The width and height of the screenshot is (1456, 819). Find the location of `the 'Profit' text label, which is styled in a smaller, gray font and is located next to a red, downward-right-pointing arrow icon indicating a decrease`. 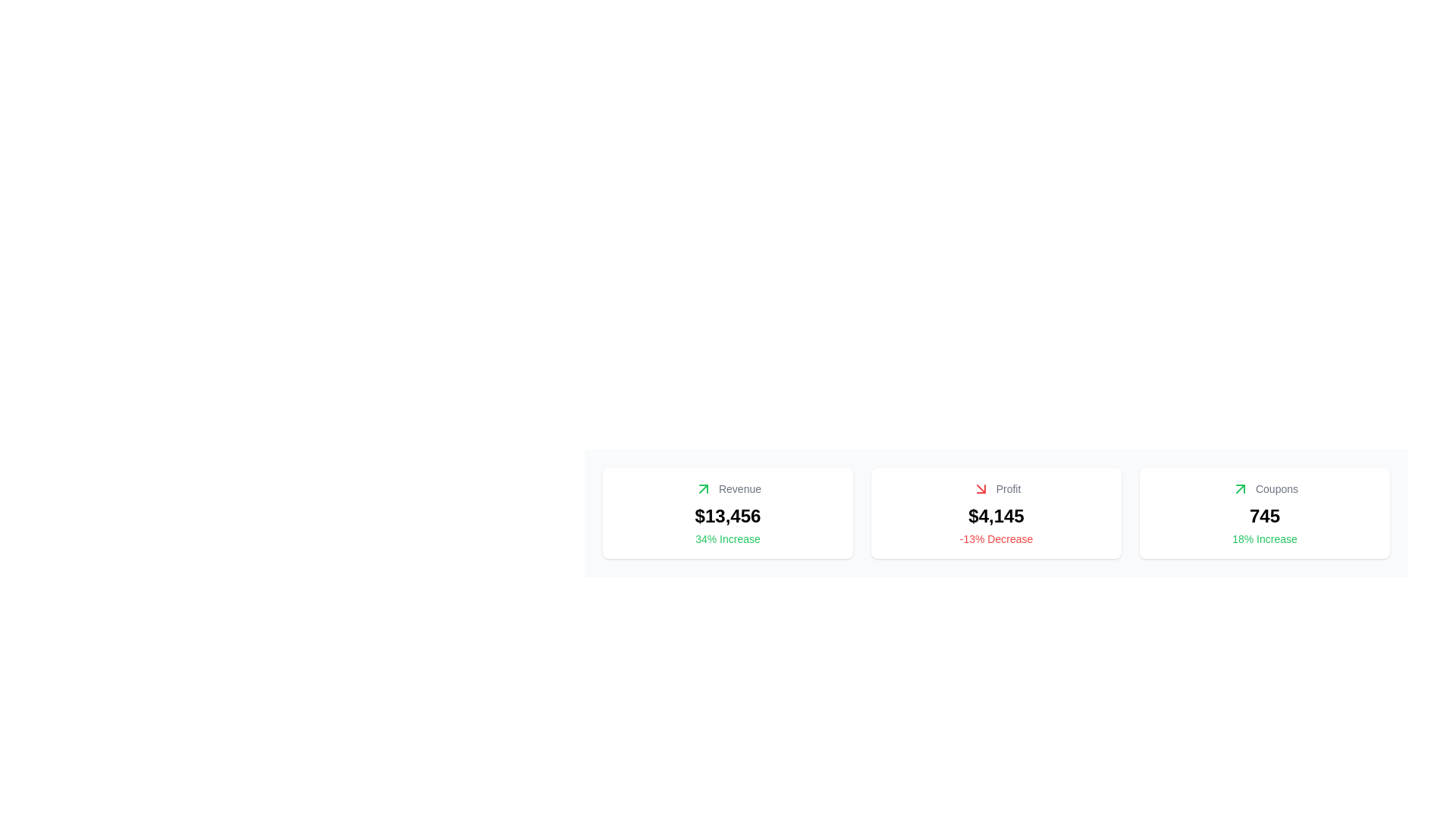

the 'Profit' text label, which is styled in a smaller, gray font and is located next to a red, downward-right-pointing arrow icon indicating a decrease is located at coordinates (996, 488).